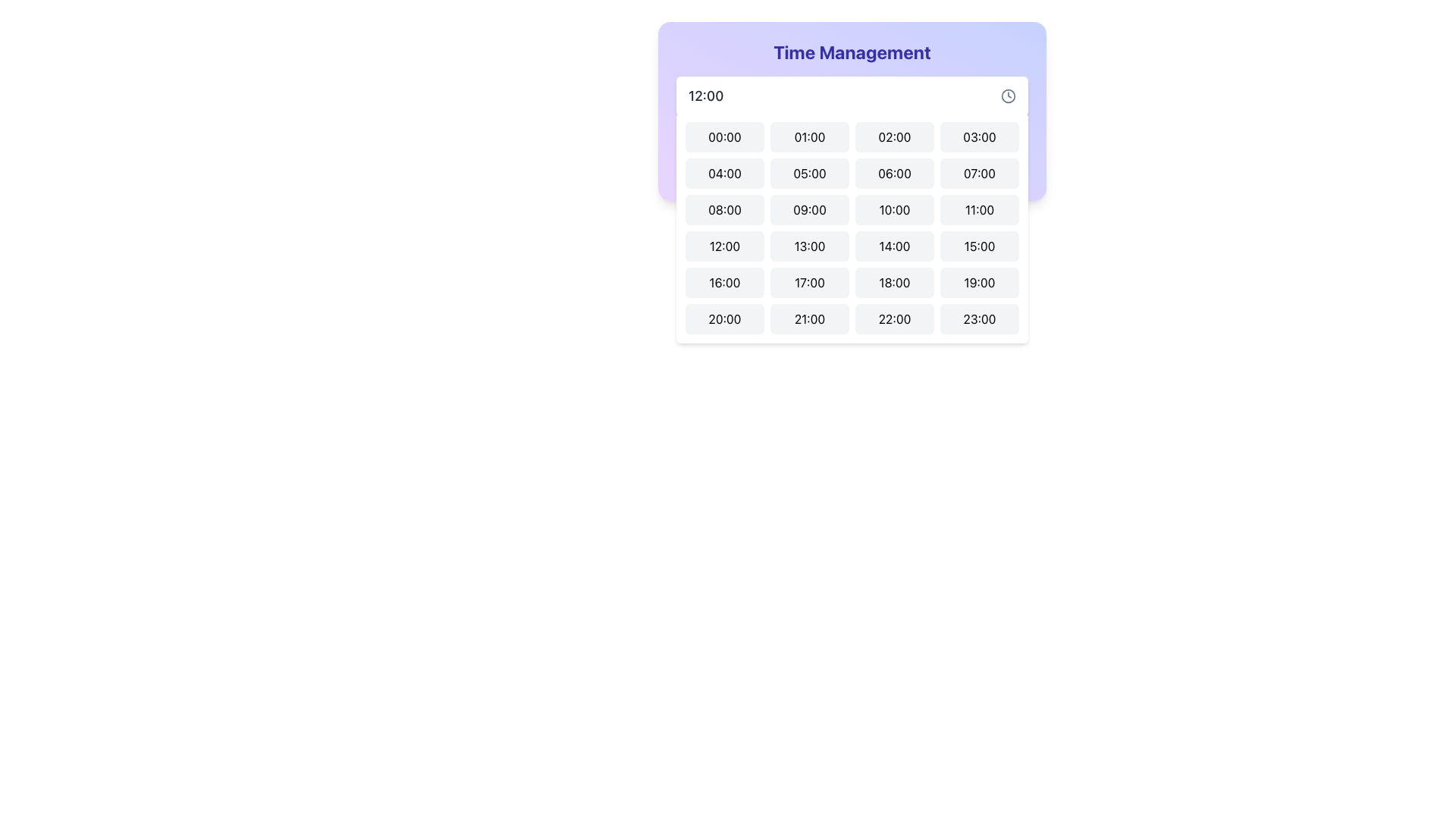 This screenshot has height=819, width=1456. I want to click on the time selection button labeled '01:00', so click(809, 137).